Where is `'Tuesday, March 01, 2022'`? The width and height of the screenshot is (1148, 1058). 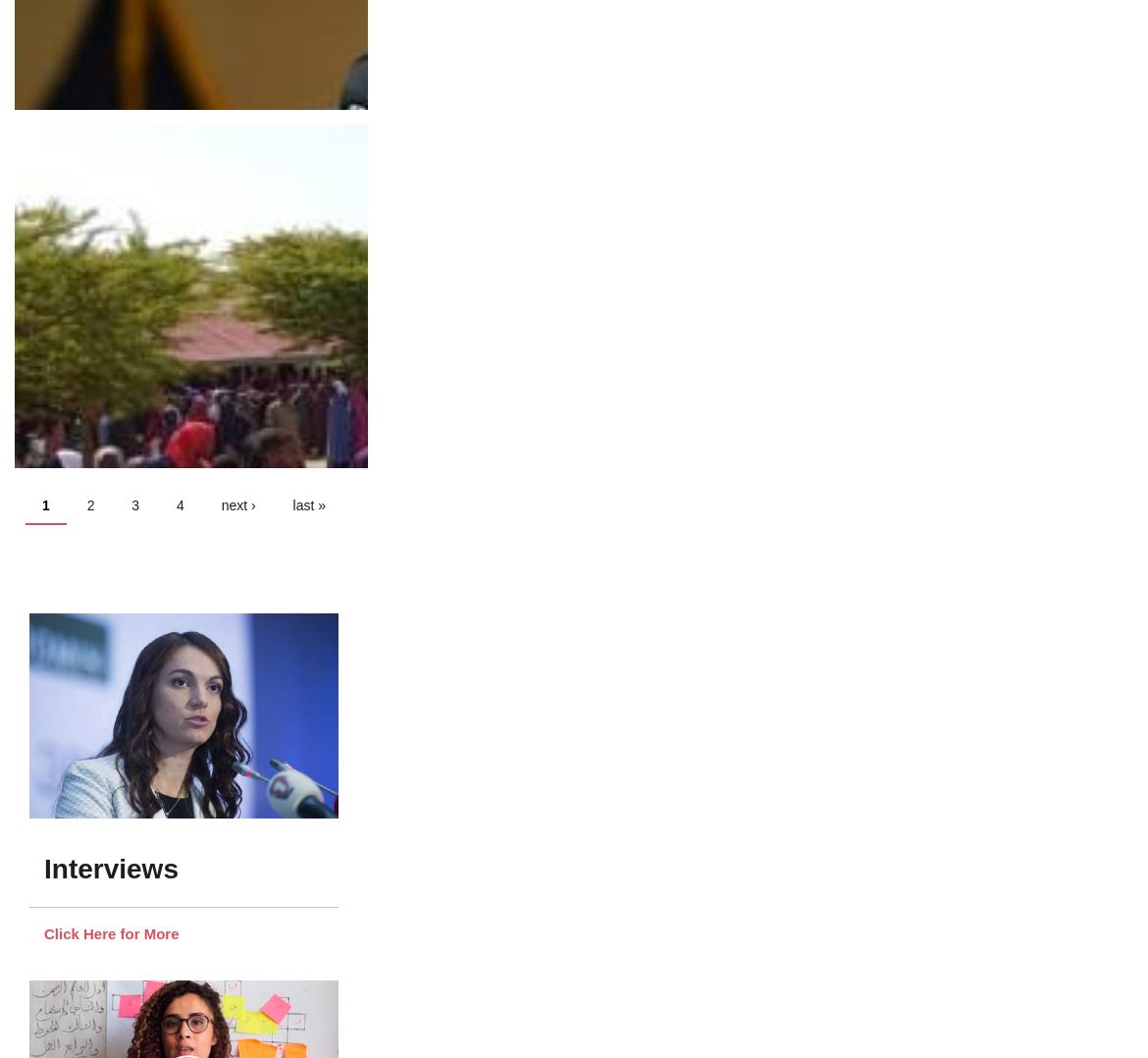
'Tuesday, March 01, 2022' is located at coordinates (104, 107).